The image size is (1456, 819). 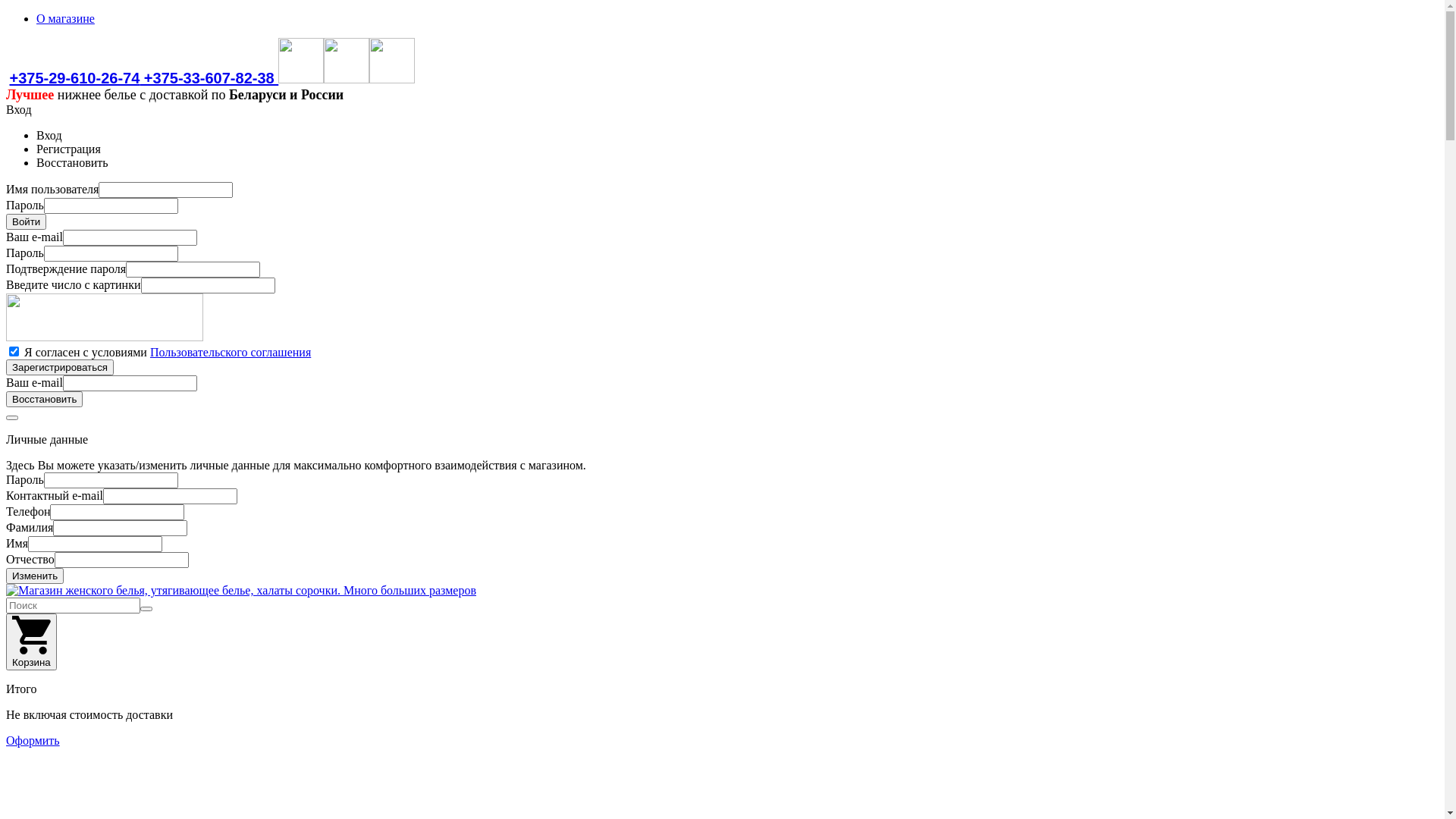 What do you see at coordinates (43, 78) in the screenshot?
I see `'+375-29-6'` at bounding box center [43, 78].